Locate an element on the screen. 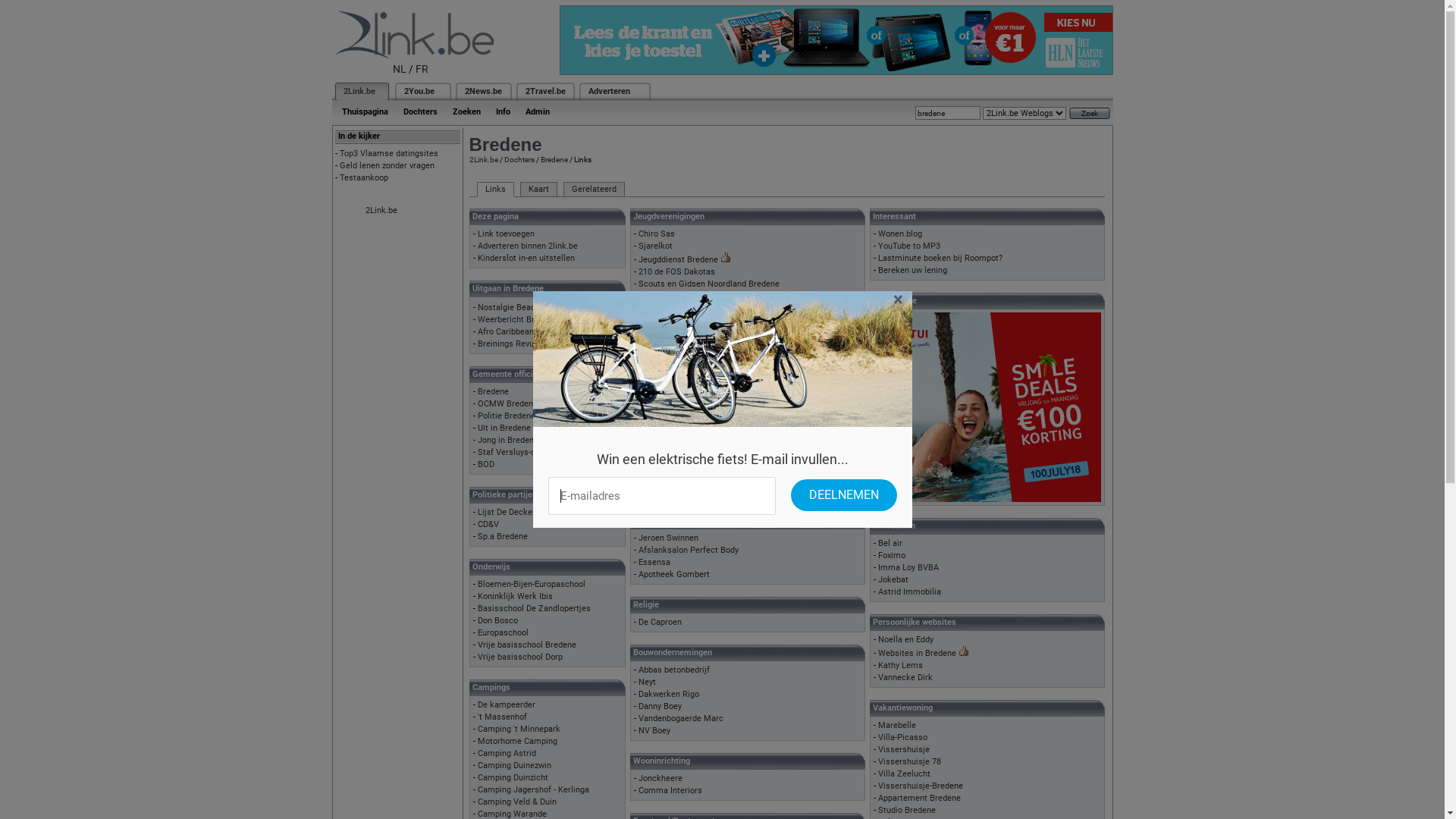 The height and width of the screenshot is (819, 1456). 'Staf Versluys-centrum' is located at coordinates (476, 451).